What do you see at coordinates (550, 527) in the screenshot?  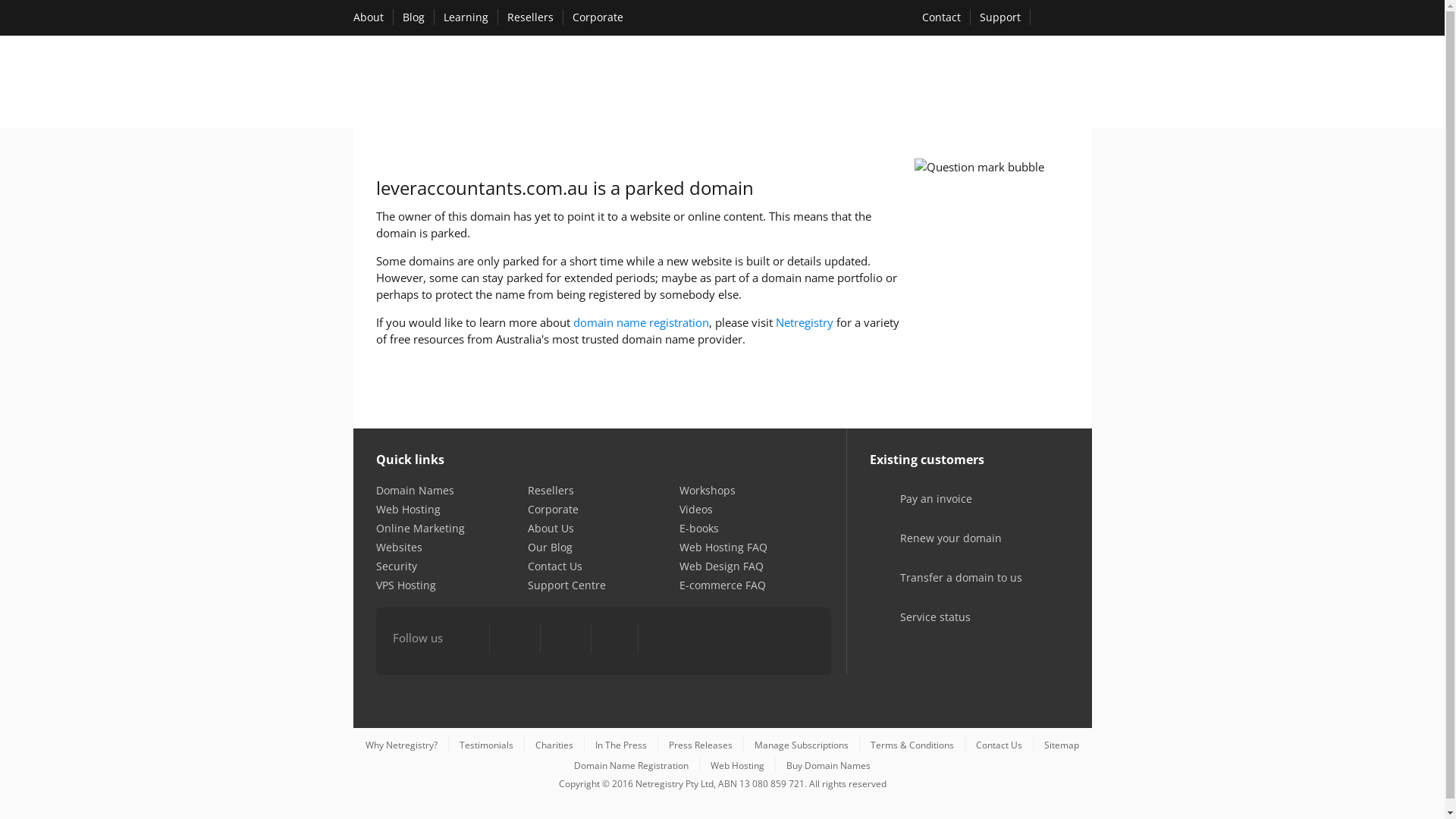 I see `'About Us'` at bounding box center [550, 527].